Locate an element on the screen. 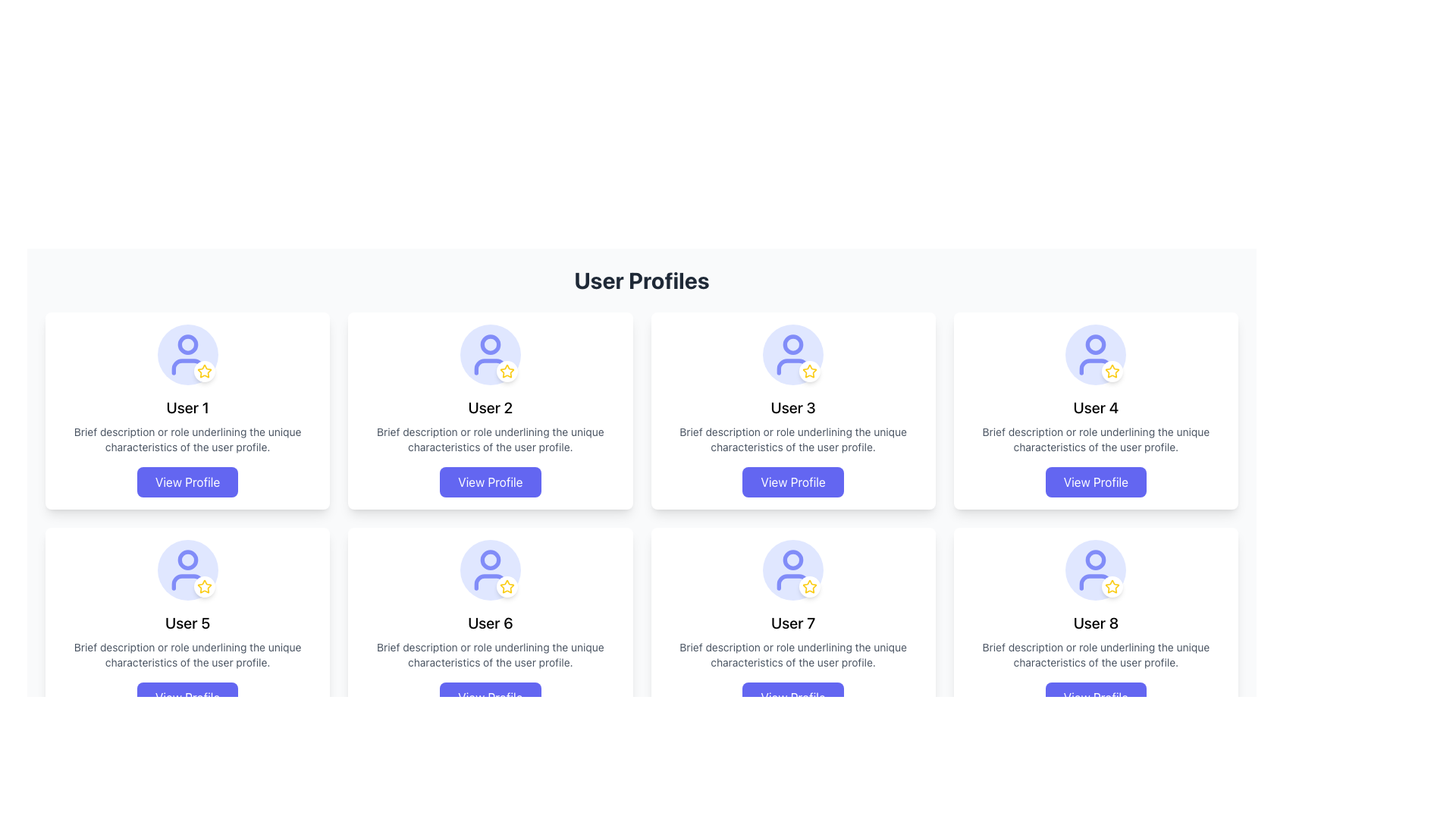  the brief description text located below 'User 6' and above the 'View Profile' button in the user profile card is located at coordinates (490, 654).